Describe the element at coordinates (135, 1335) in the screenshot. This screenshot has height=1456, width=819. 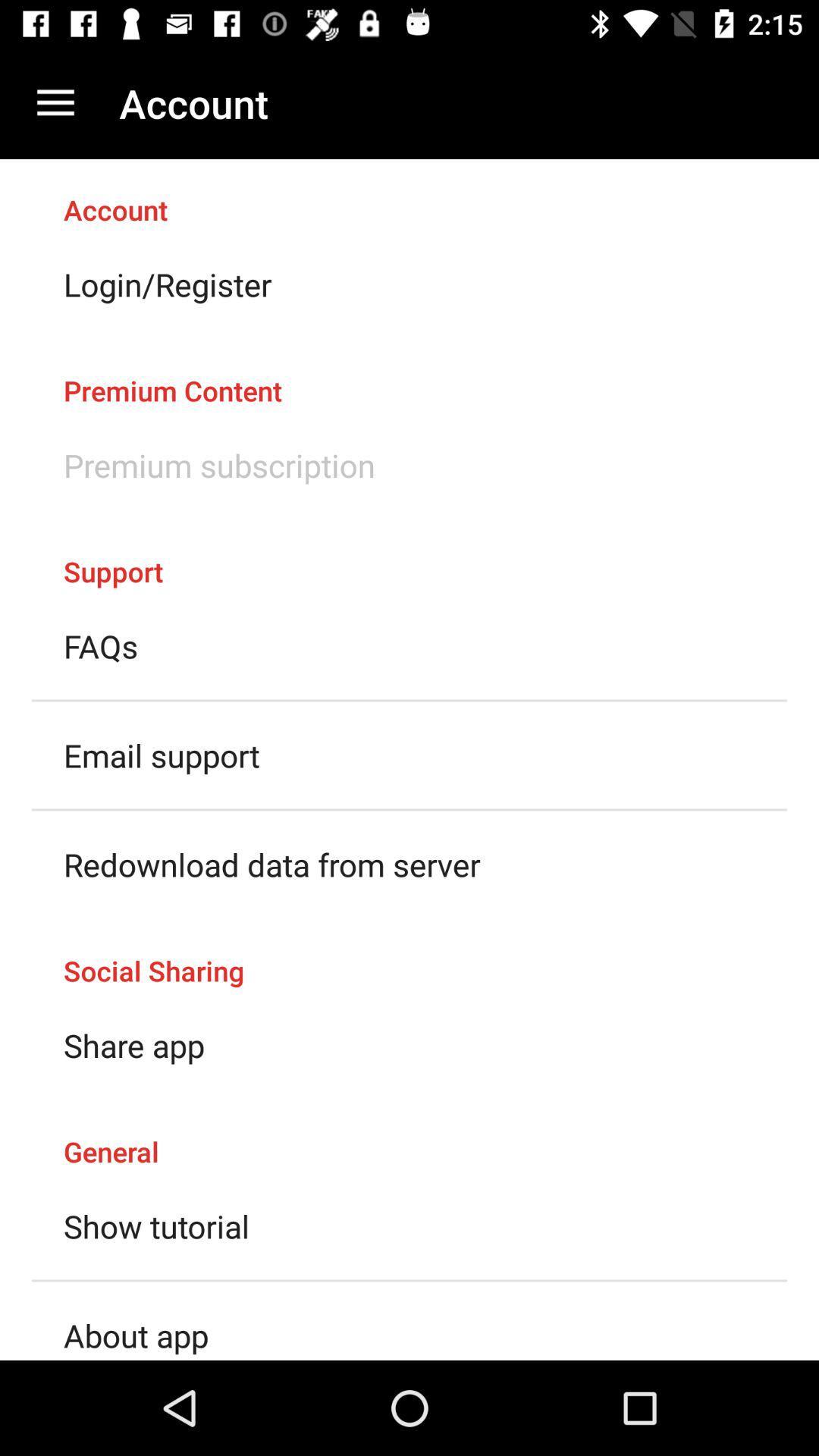
I see `item below show tutorial item` at that location.